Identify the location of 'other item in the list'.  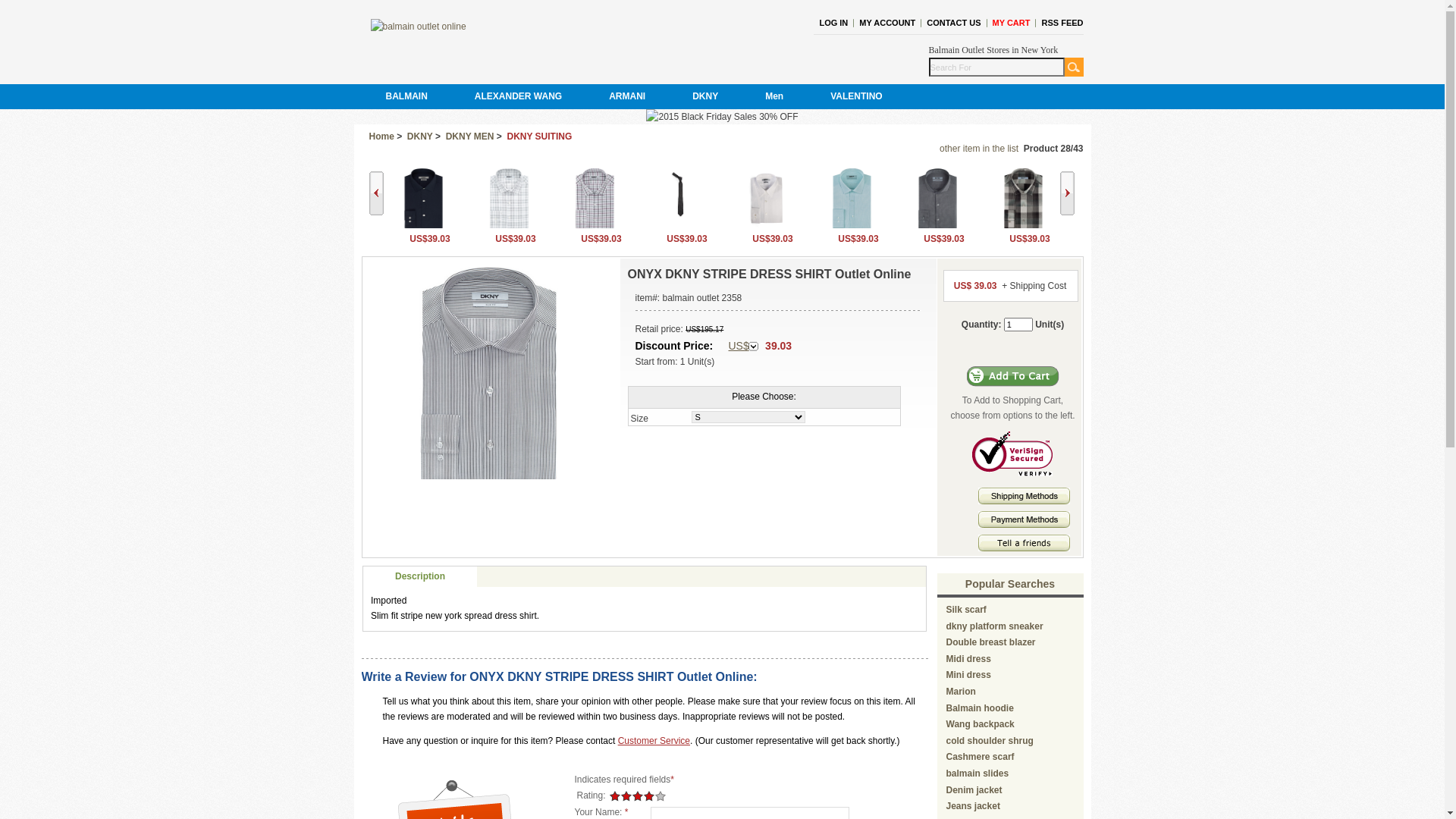
(979, 149).